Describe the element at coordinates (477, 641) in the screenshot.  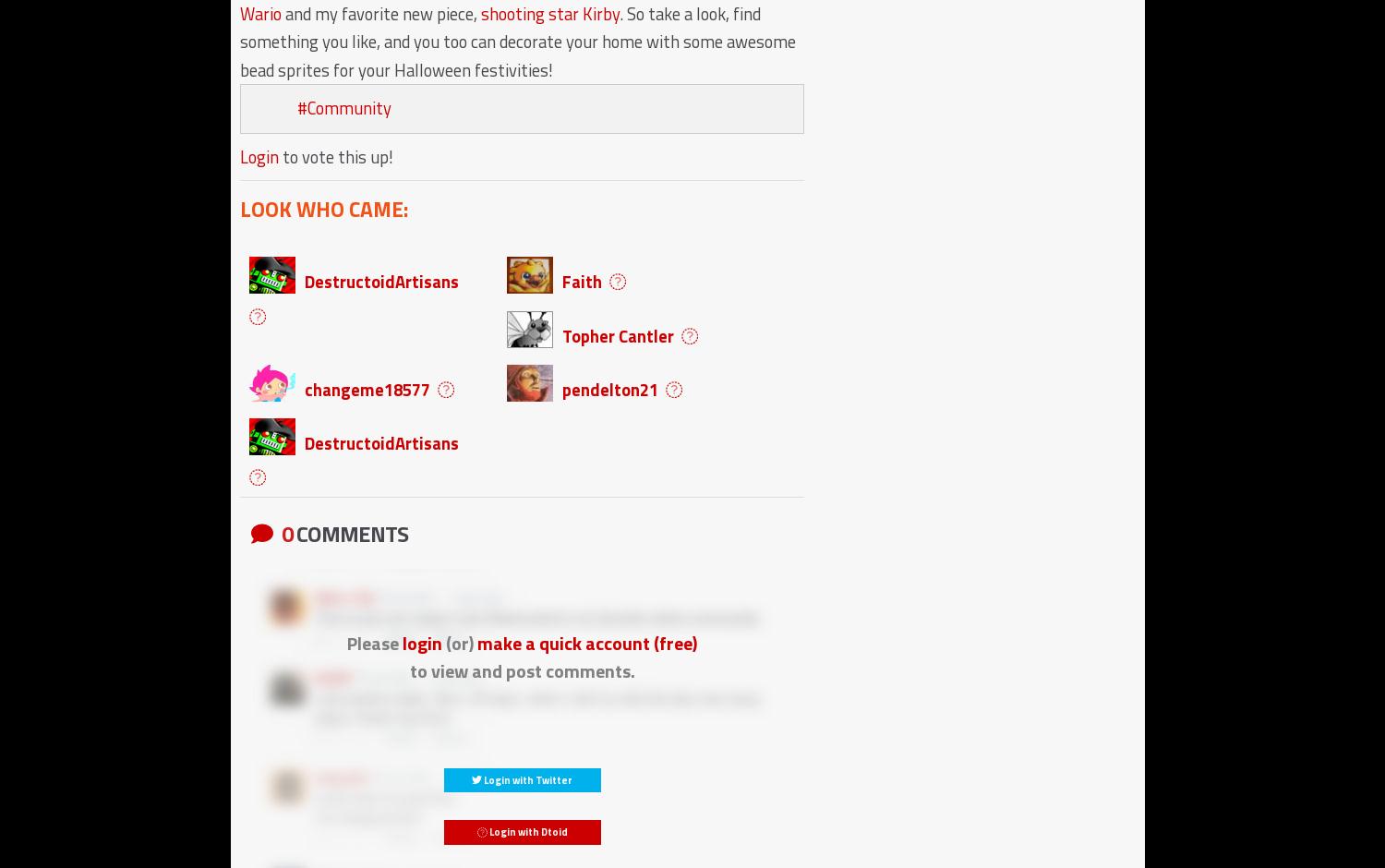
I see `'make a quick account (free)'` at that location.